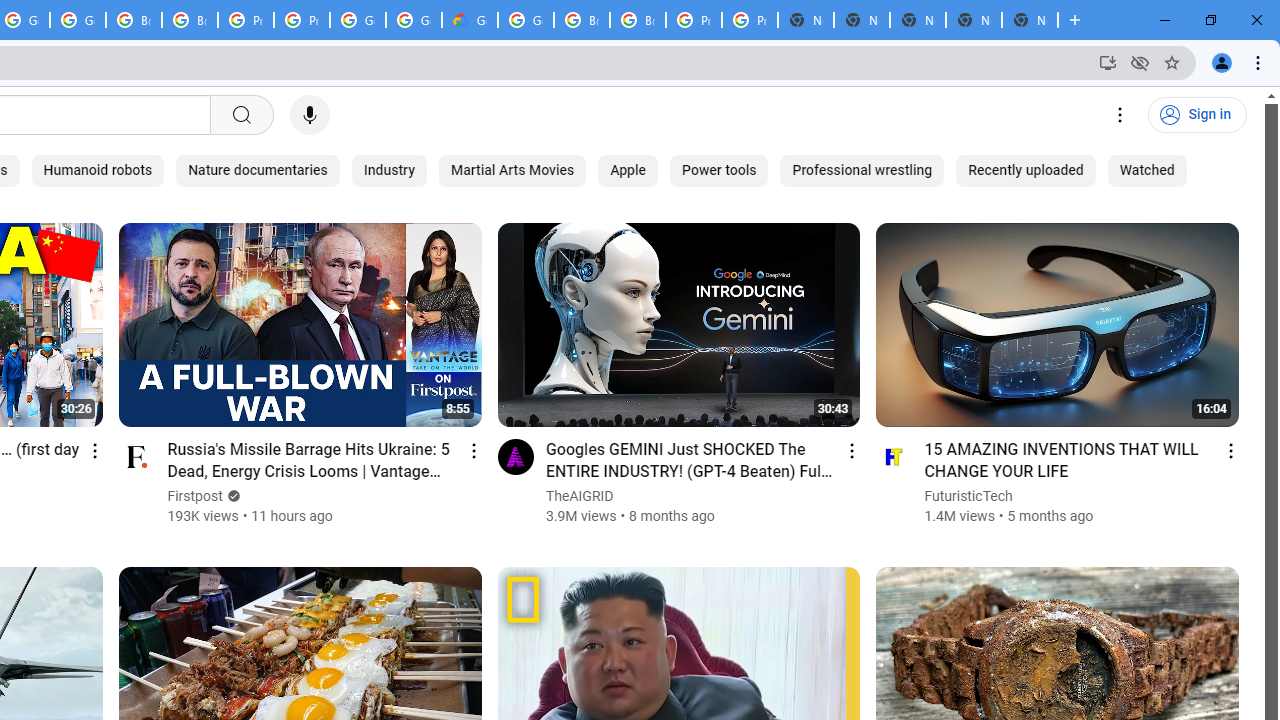  I want to click on 'Recently uploaded', so click(1025, 170).